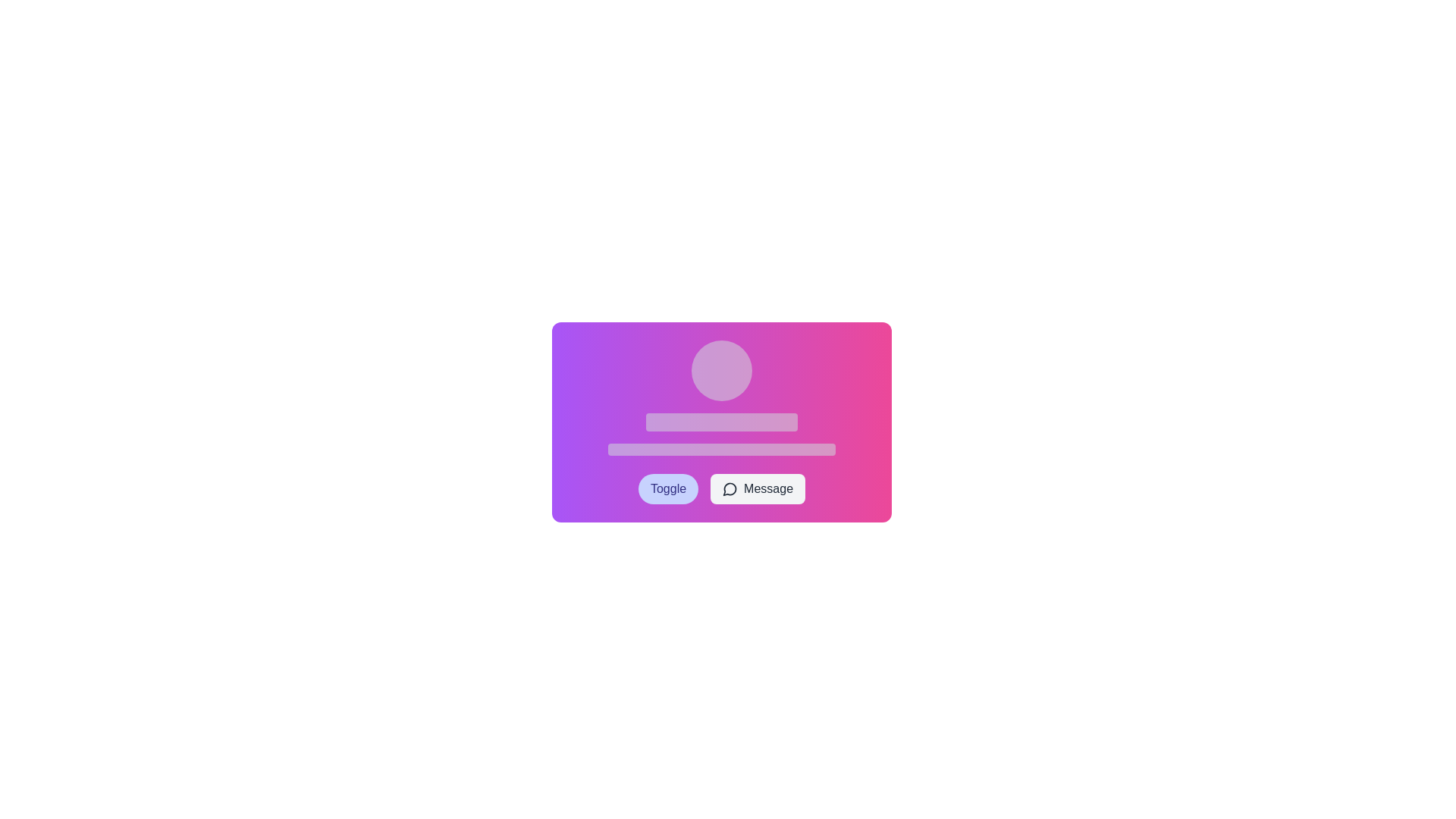 This screenshot has height=819, width=1456. Describe the element at coordinates (720, 449) in the screenshot. I see `the Placeholder bar located near the bottom of a group of three vertically-aligned components, directly below a shorter rectangular element and above two buttons` at that location.